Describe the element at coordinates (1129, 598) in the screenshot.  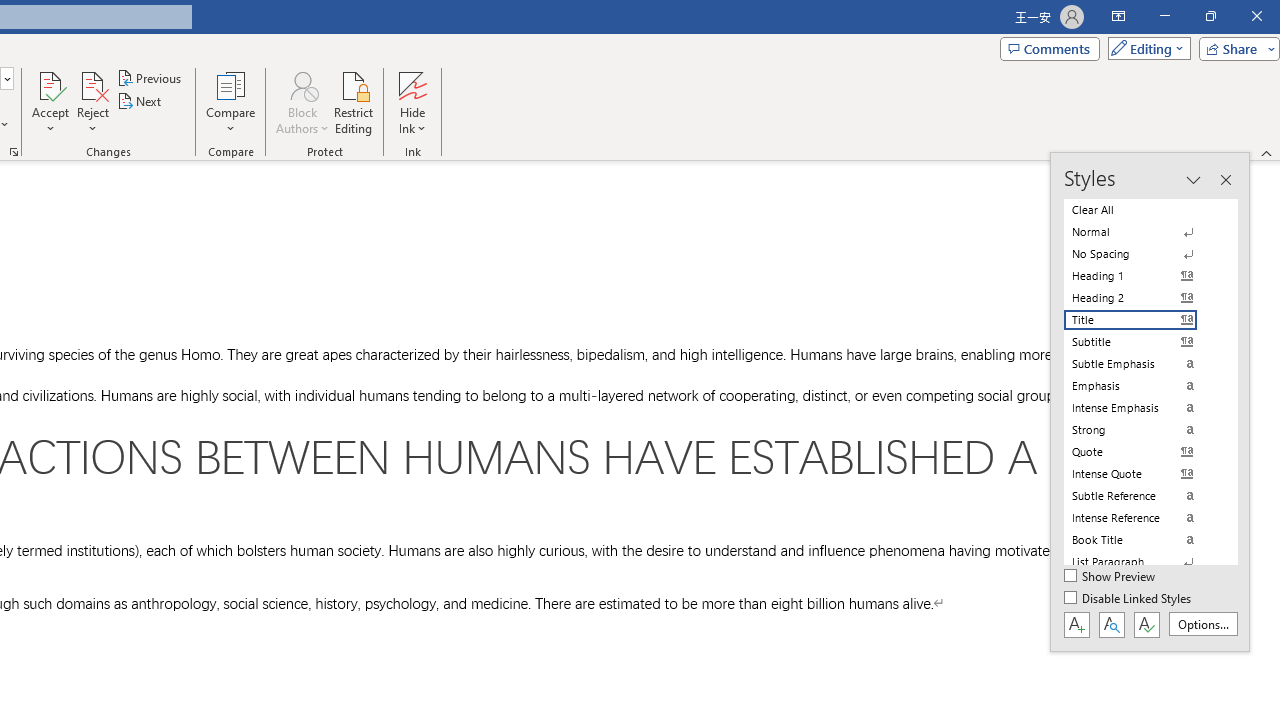
I see `'Disable Linked Styles'` at that location.